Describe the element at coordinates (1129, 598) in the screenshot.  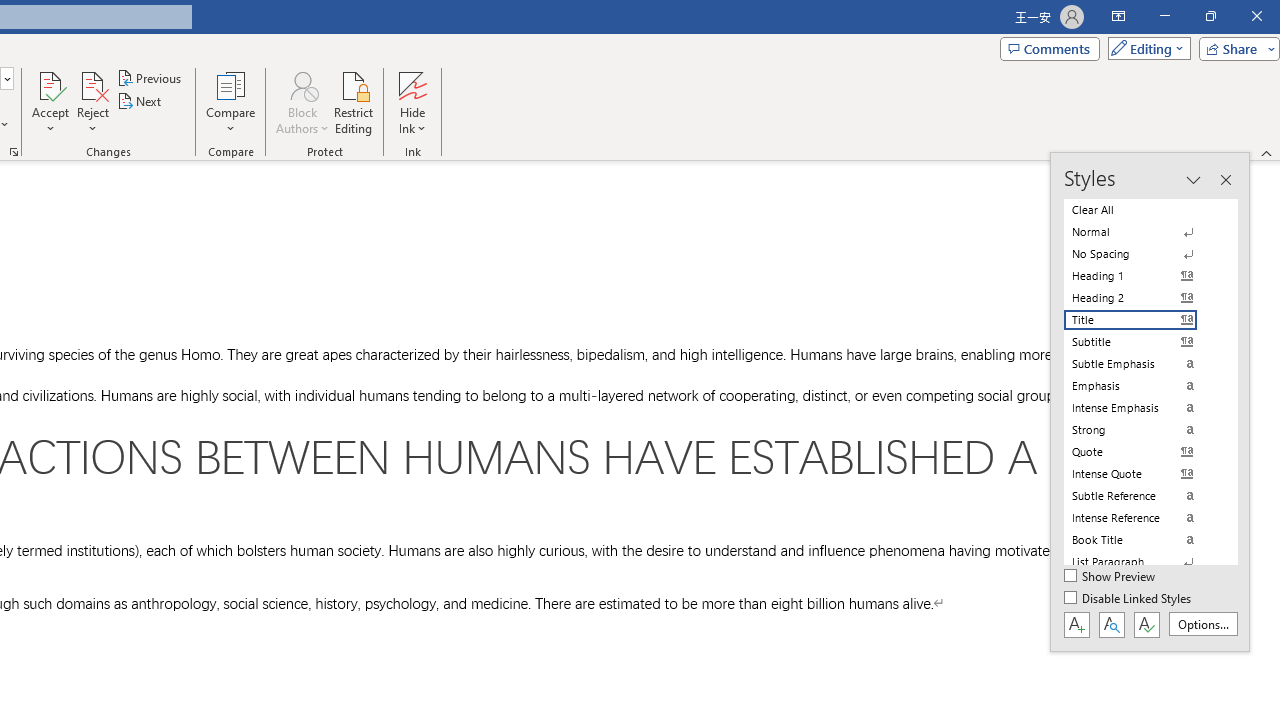
I see `'Disable Linked Styles'` at that location.